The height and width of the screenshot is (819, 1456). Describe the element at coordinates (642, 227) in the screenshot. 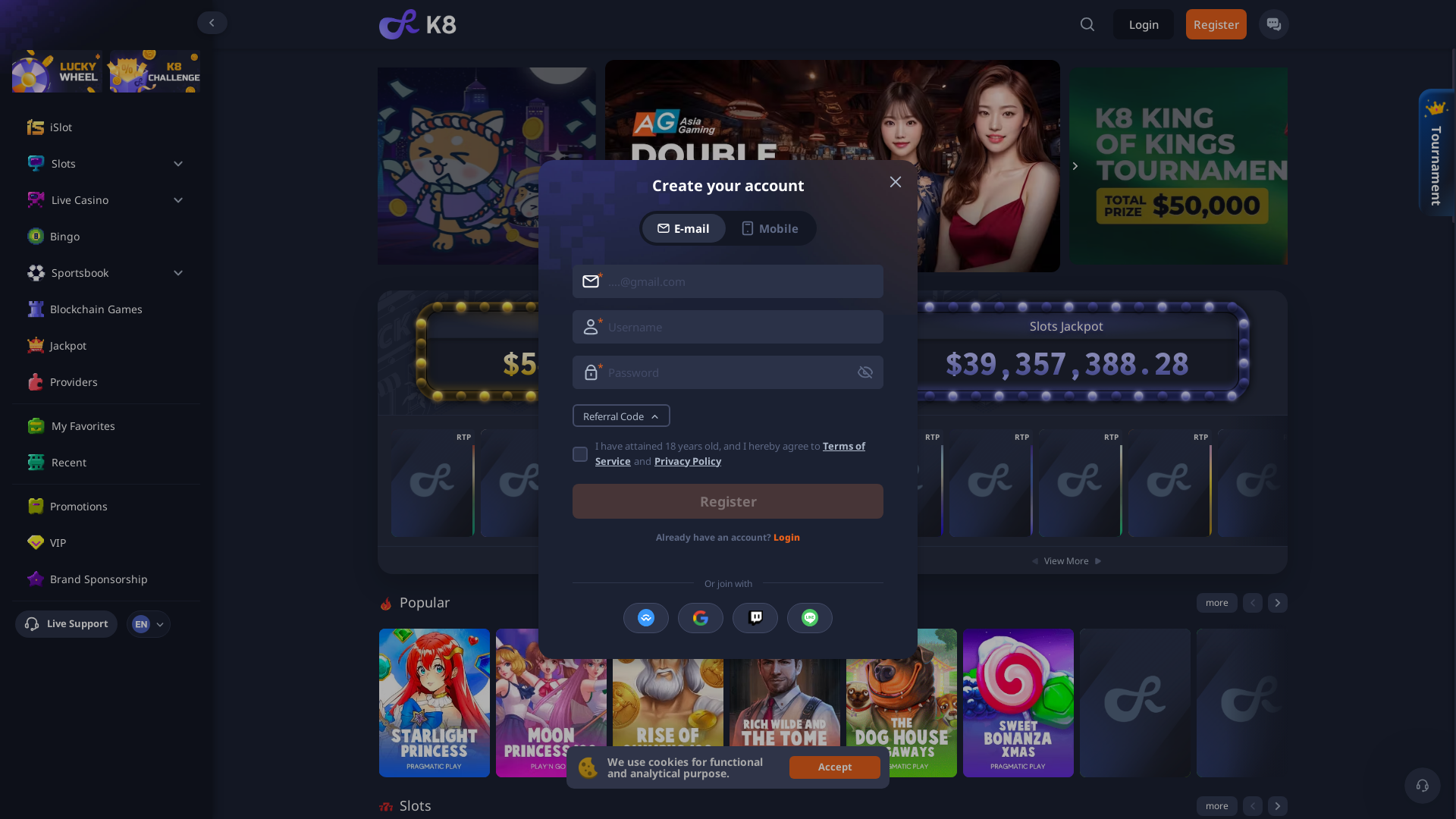

I see `'E-mail'` at that location.